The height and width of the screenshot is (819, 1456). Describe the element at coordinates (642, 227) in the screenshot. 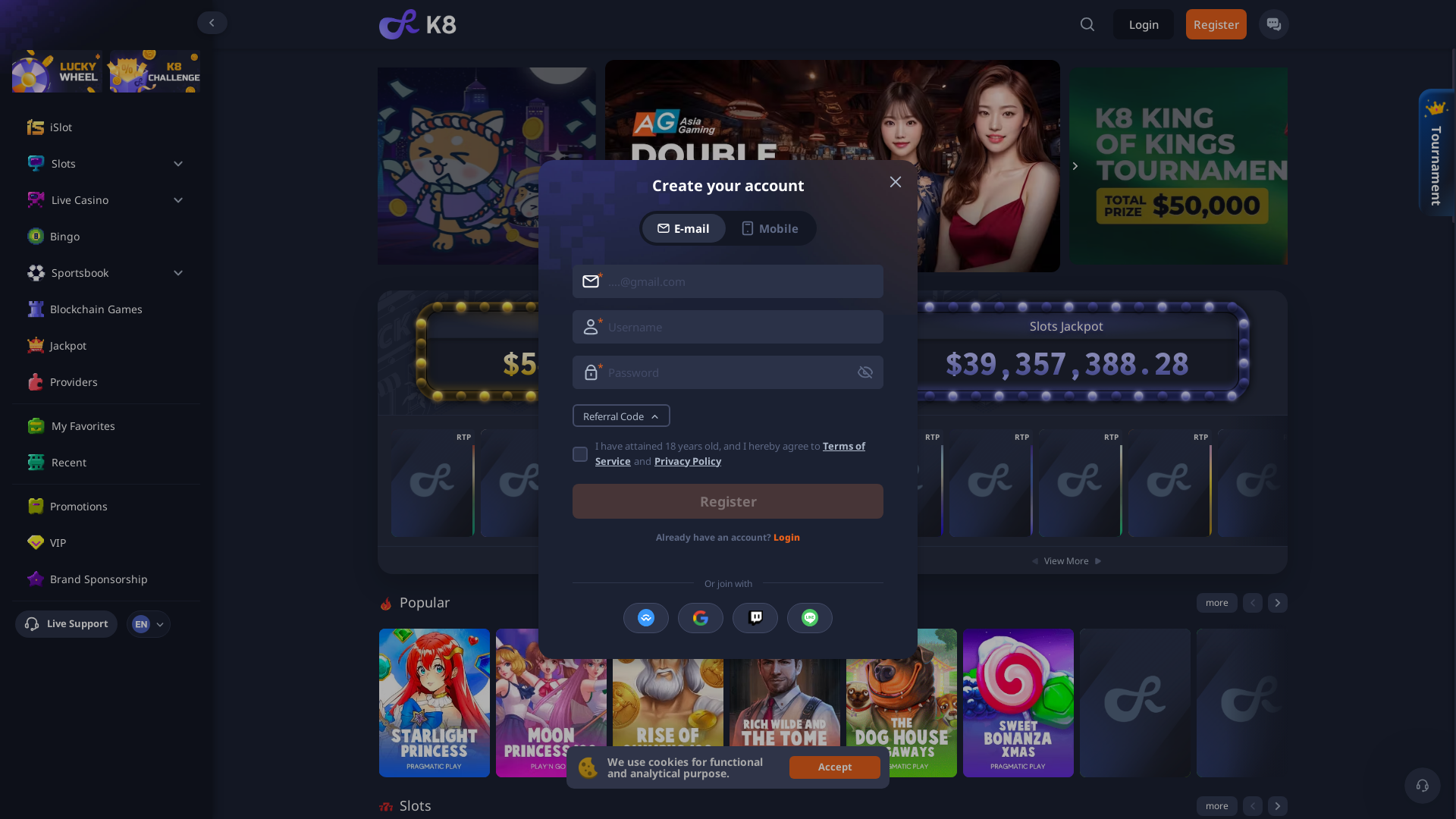

I see `'E-mail'` at that location.